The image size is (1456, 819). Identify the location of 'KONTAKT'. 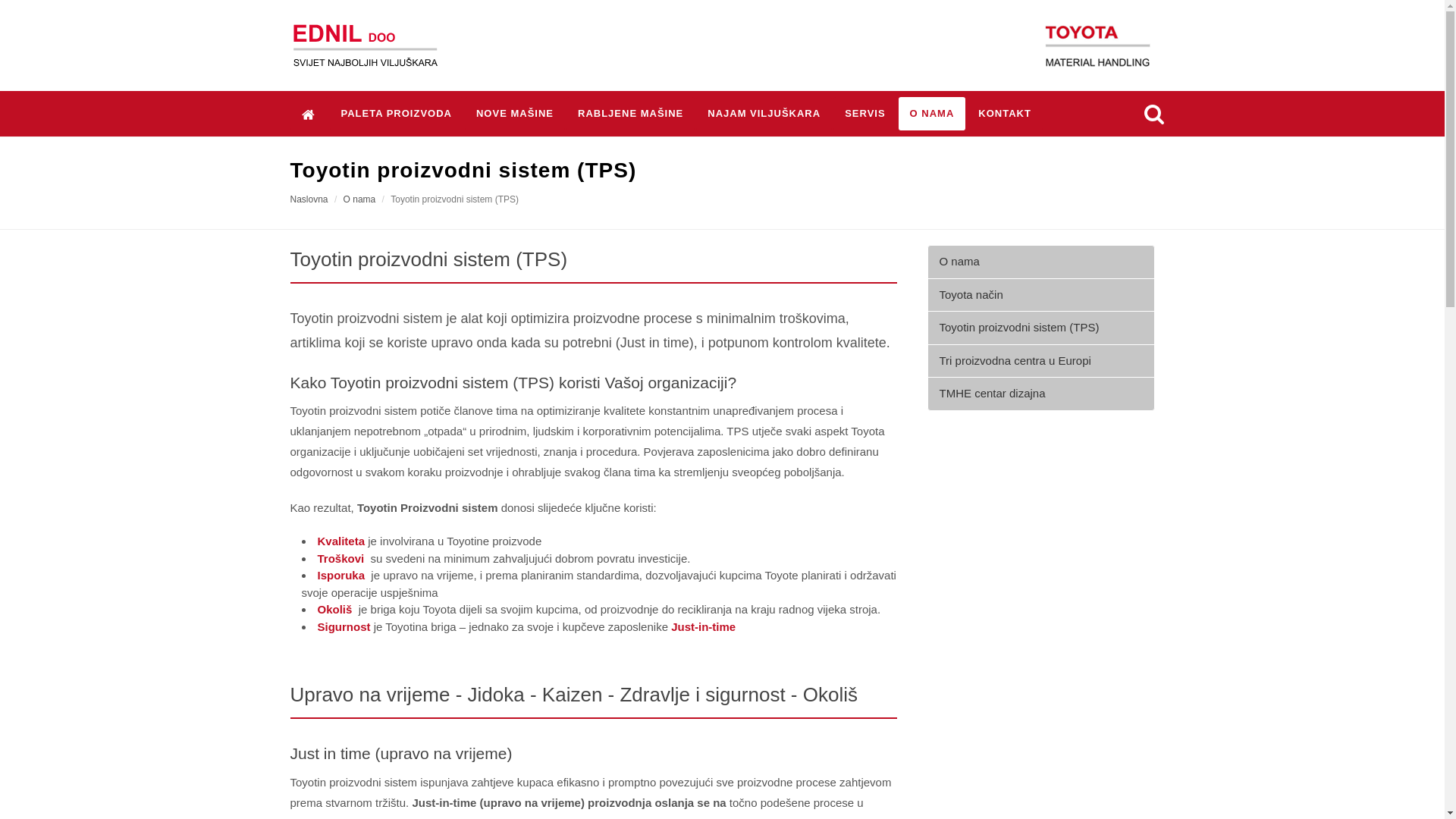
(1004, 113).